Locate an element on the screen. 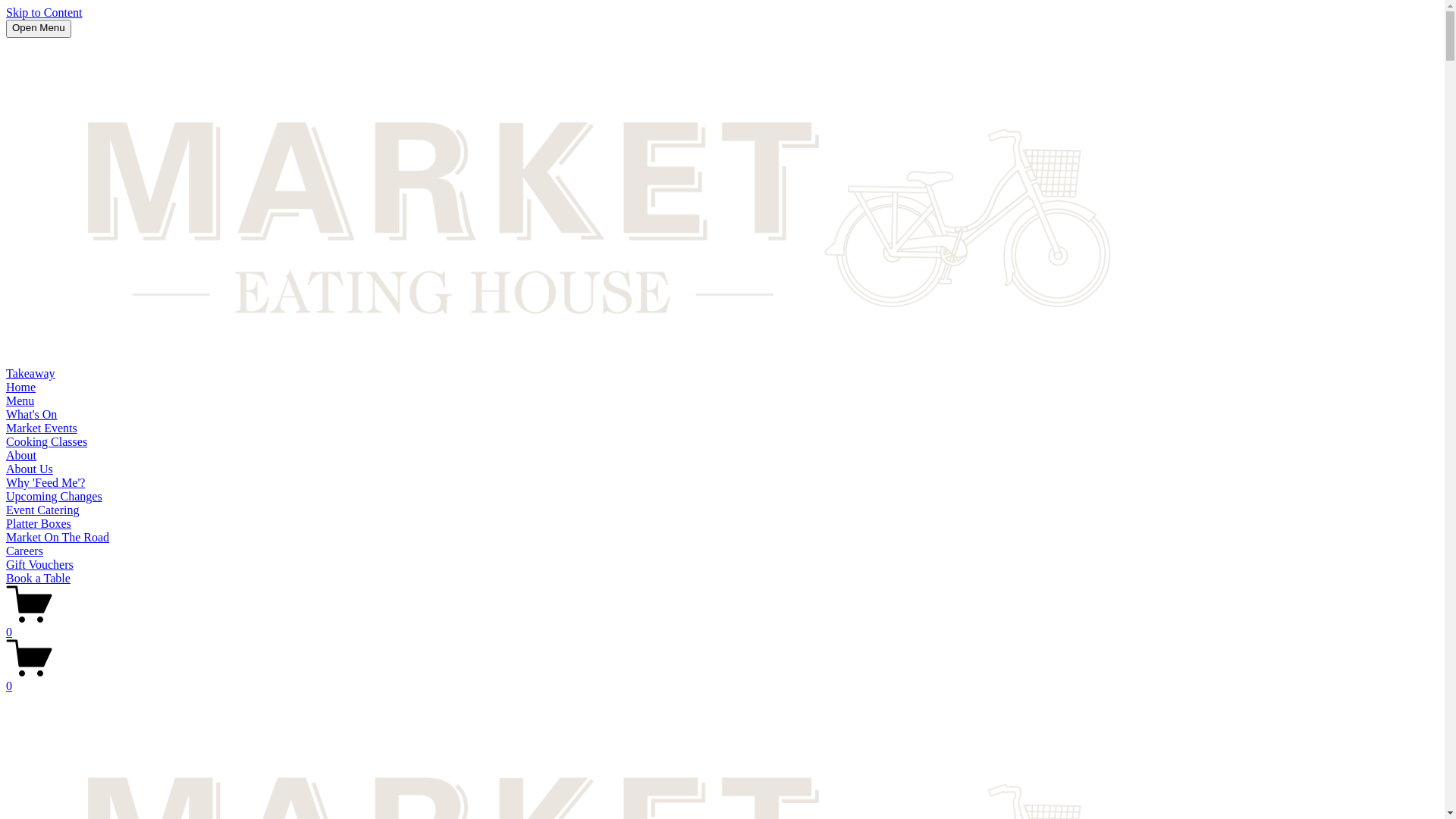 This screenshot has height=819, width=1456. '0' is located at coordinates (721, 626).